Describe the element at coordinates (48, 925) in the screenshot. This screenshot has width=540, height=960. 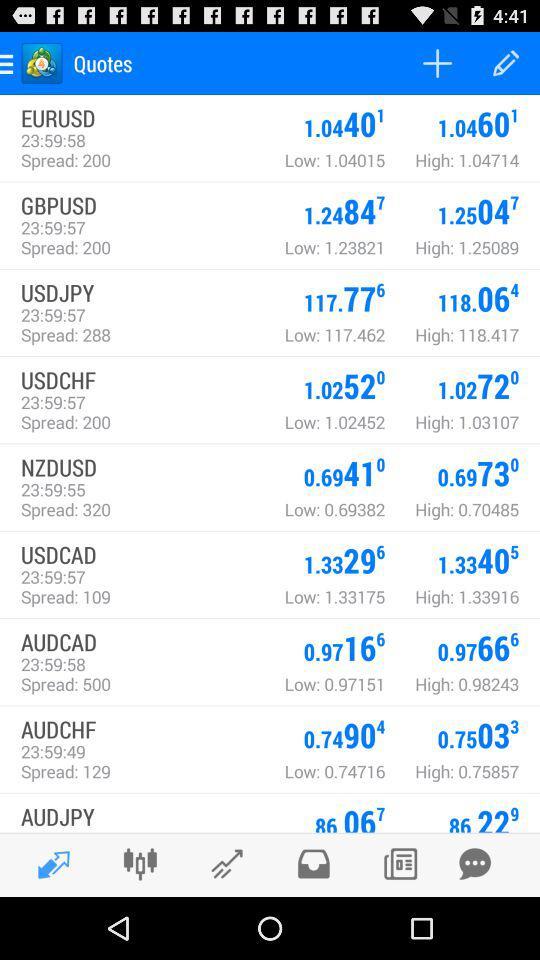
I see `the edit icon` at that location.